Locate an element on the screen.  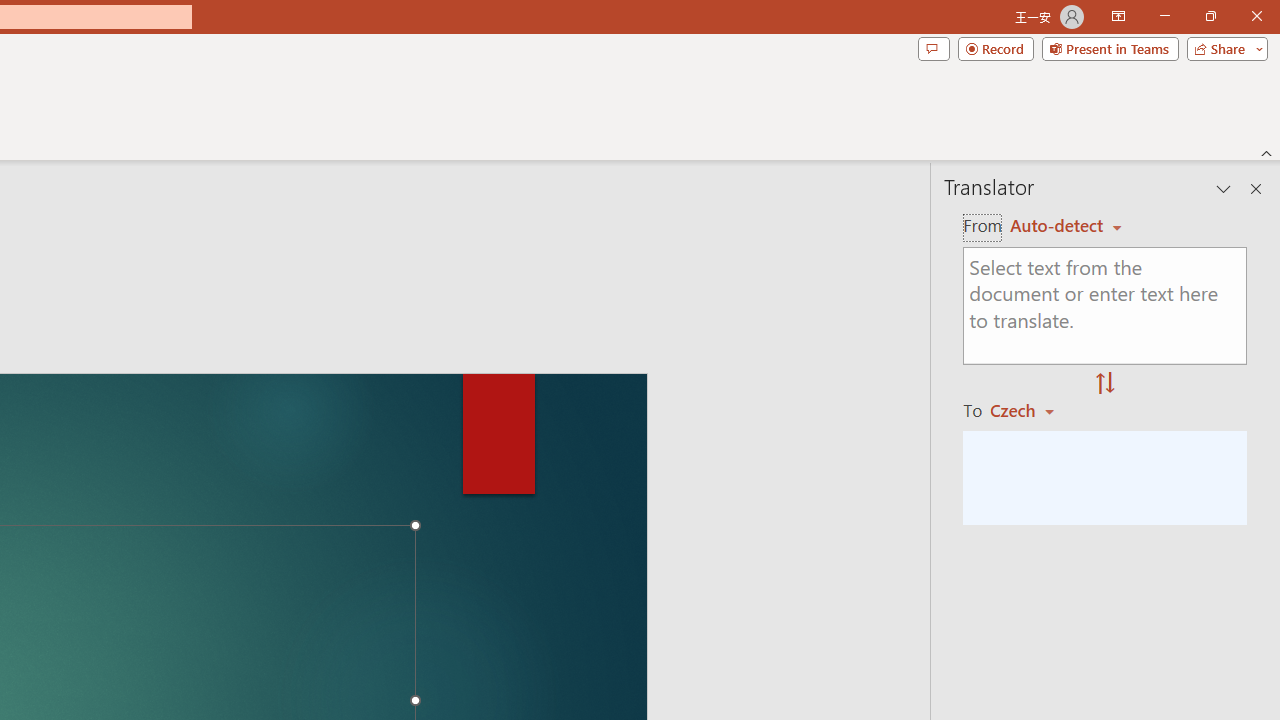
'Present in Teams' is located at coordinates (1109, 47).